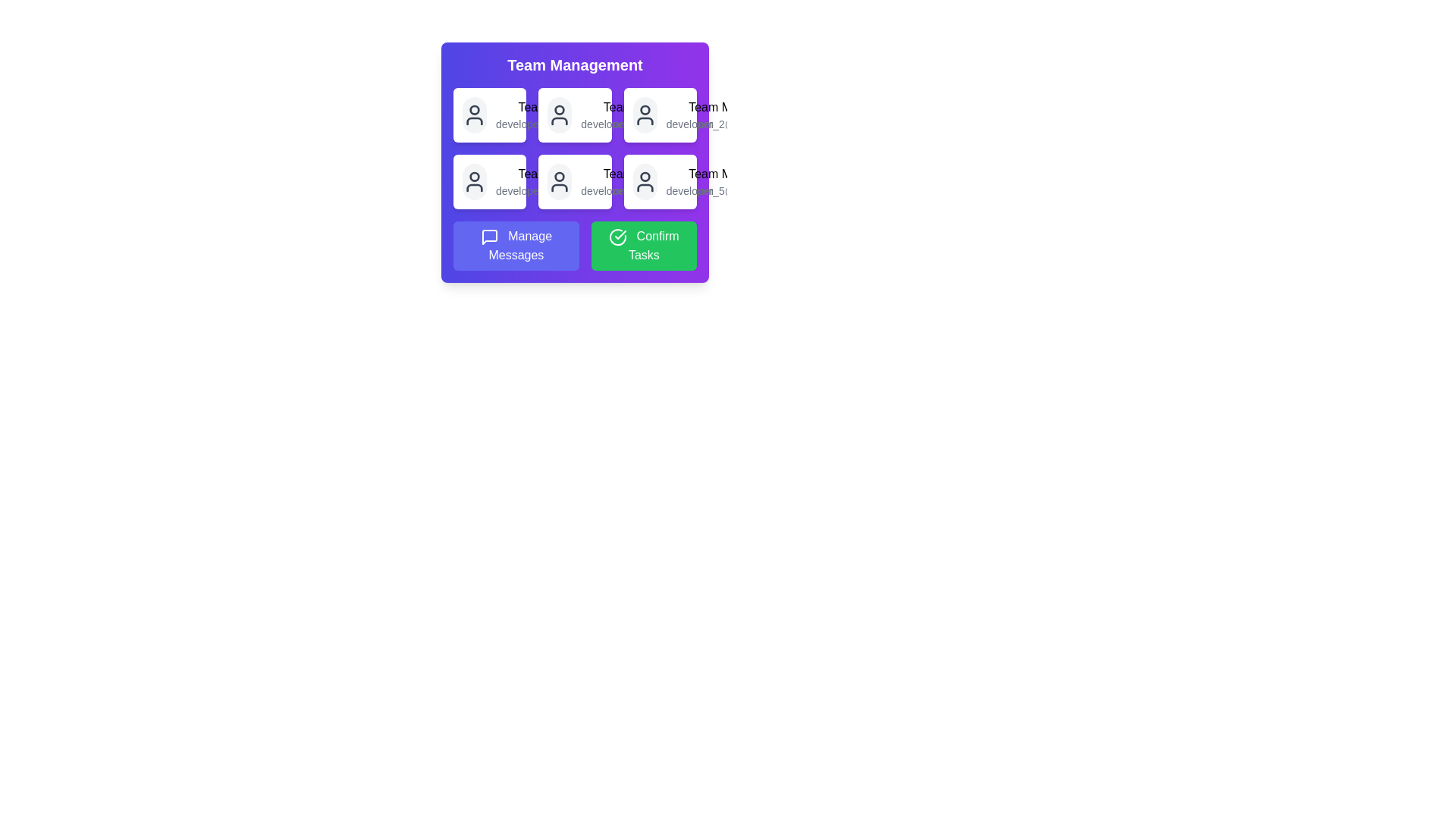 This screenshot has height=819, width=1456. Describe the element at coordinates (559, 109) in the screenshot. I see `the SVG circle representing the head of a user icon in the second position of the grid layout` at that location.